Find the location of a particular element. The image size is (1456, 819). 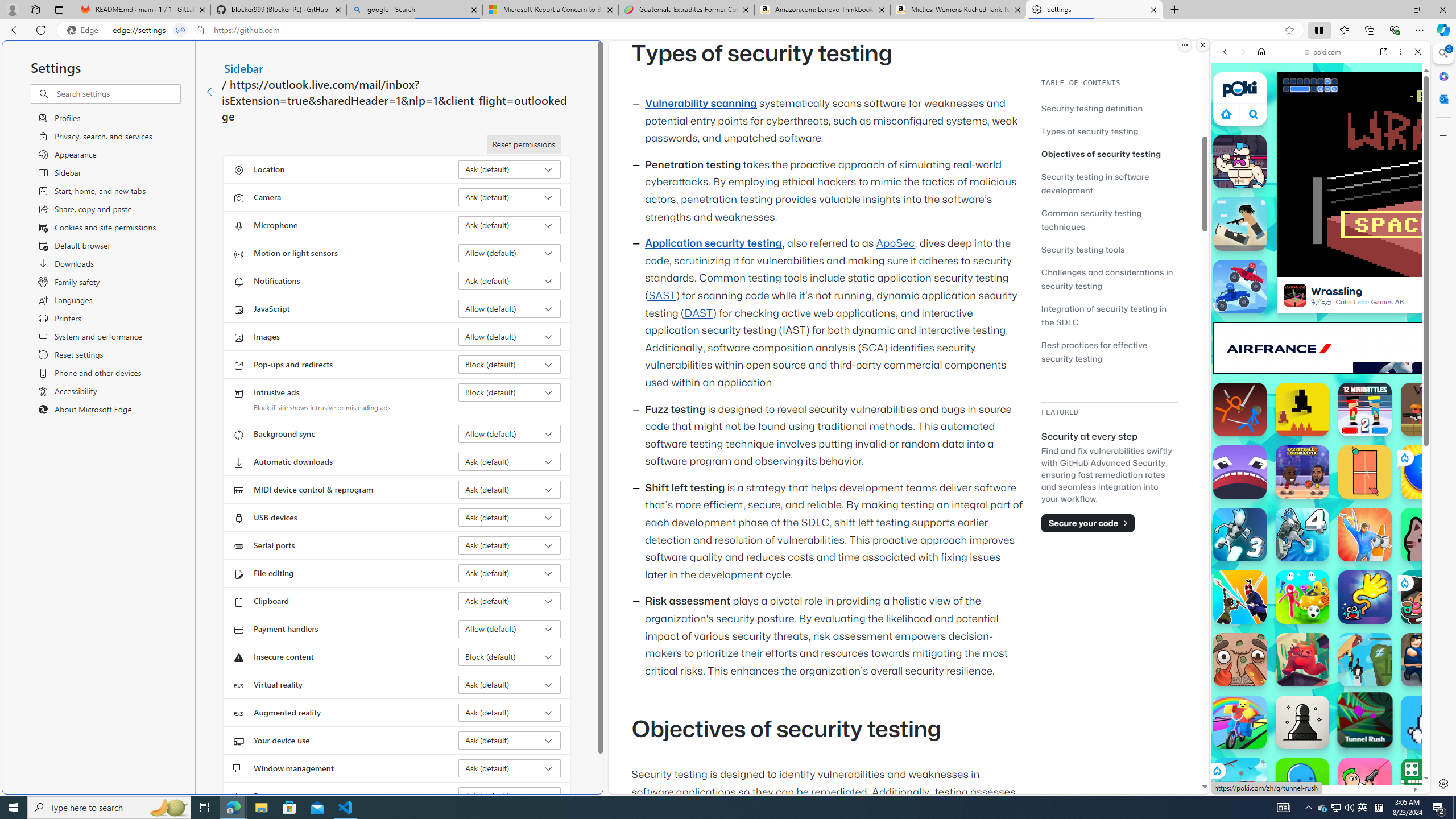

'Tunnel Rush' is located at coordinates (1365, 719).